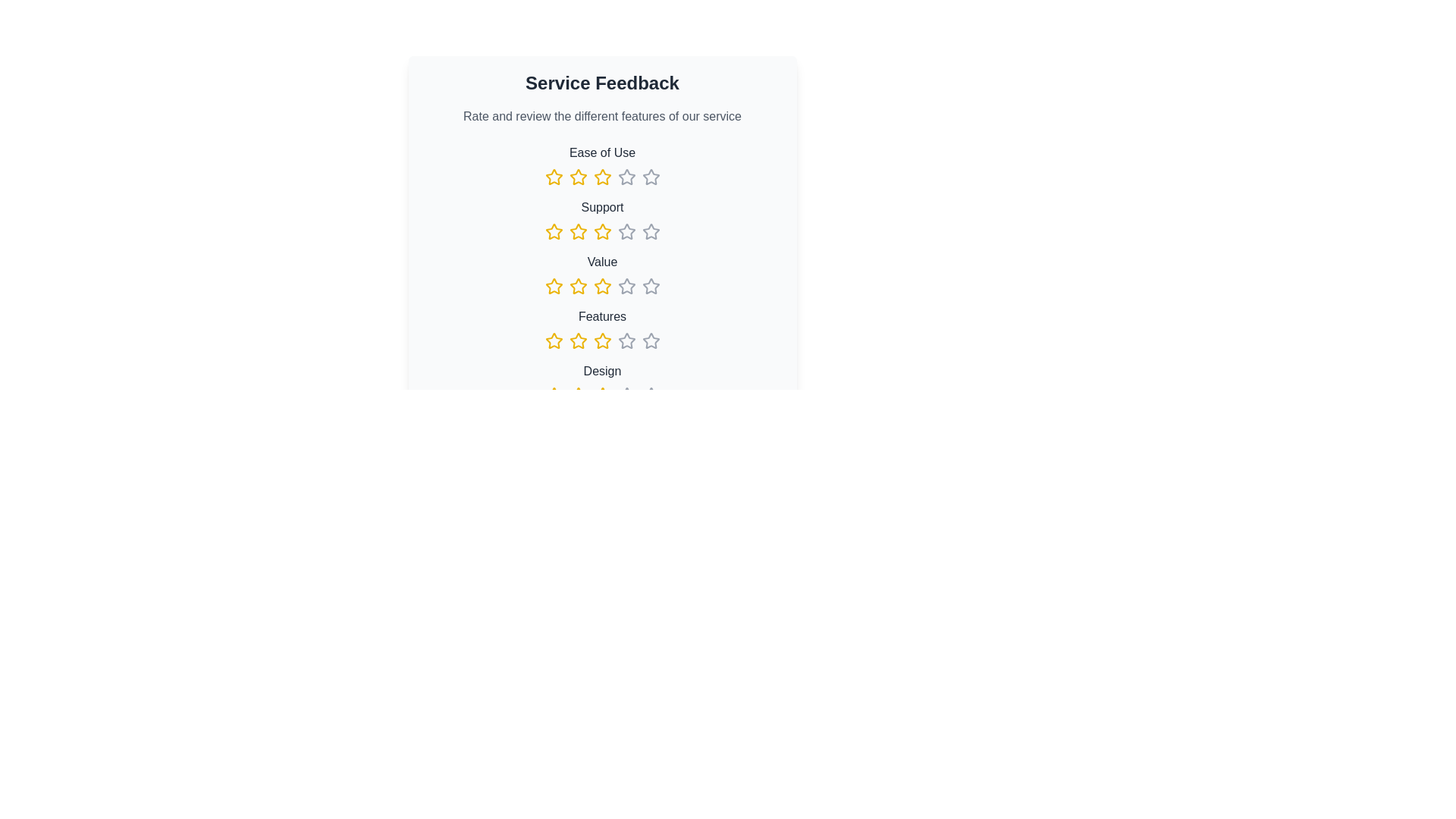 This screenshot has width=1456, height=819. I want to click on the fourth star-shaped rating icon outlined in light gray, part of the 'Ease of Use' rating system under the feedback form layout, so click(626, 175).